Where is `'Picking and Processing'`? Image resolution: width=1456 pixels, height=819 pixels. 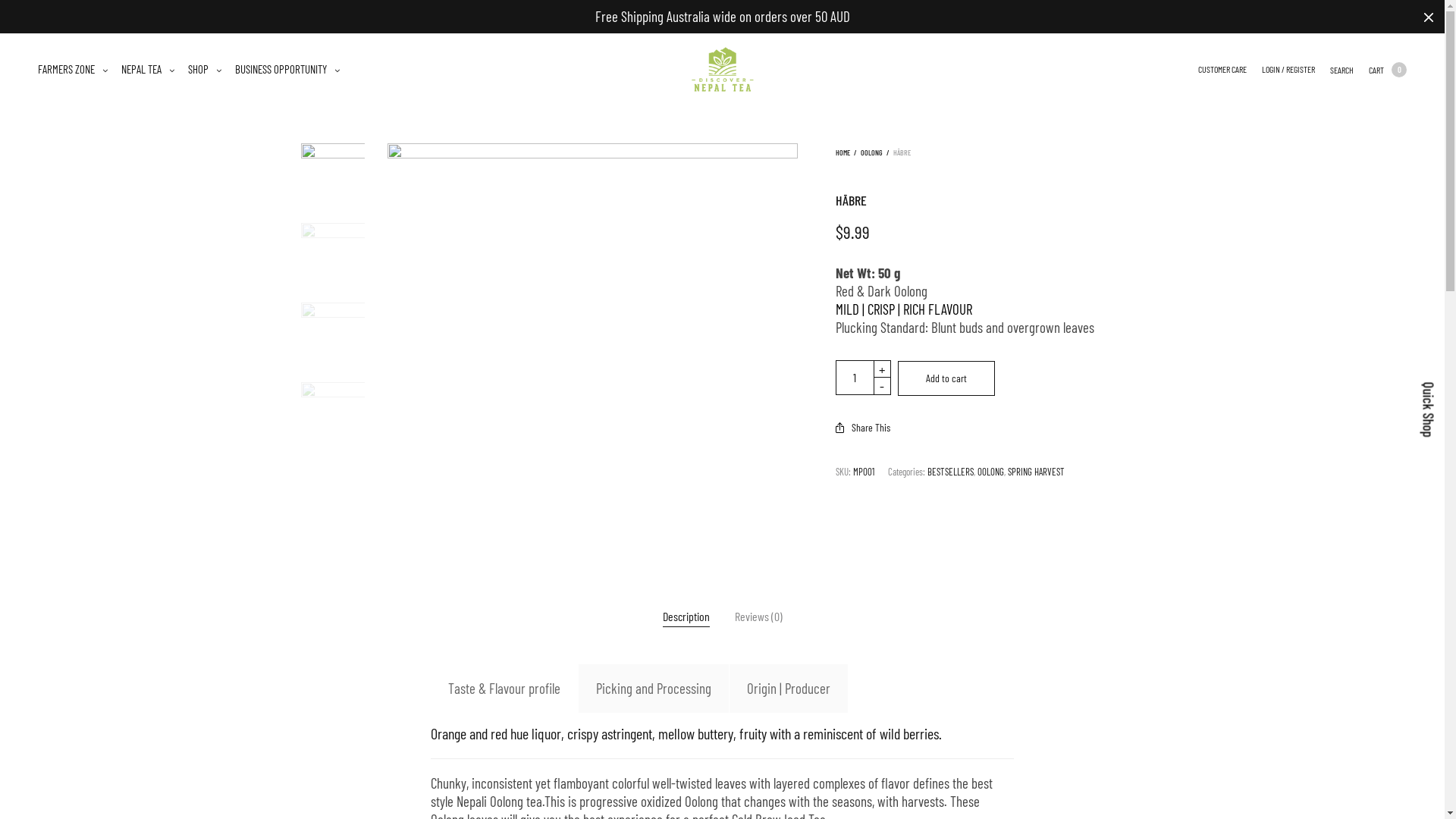 'Picking and Processing' is located at coordinates (654, 688).